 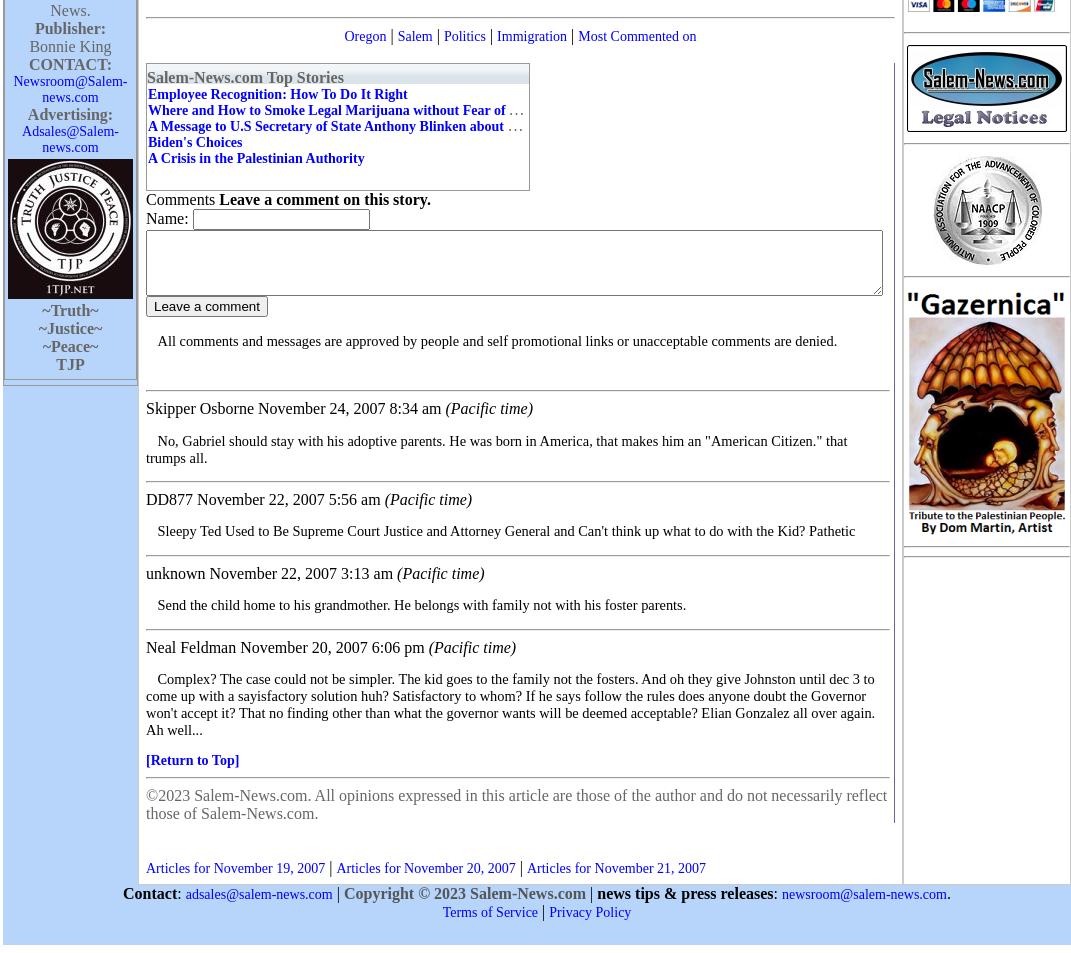 I want to click on 'Sleepy Ted Used to Be Supreme Court Justice and Attorney General and Can't think up what to do with the Kid? Pathetic', so click(x=505, y=531).